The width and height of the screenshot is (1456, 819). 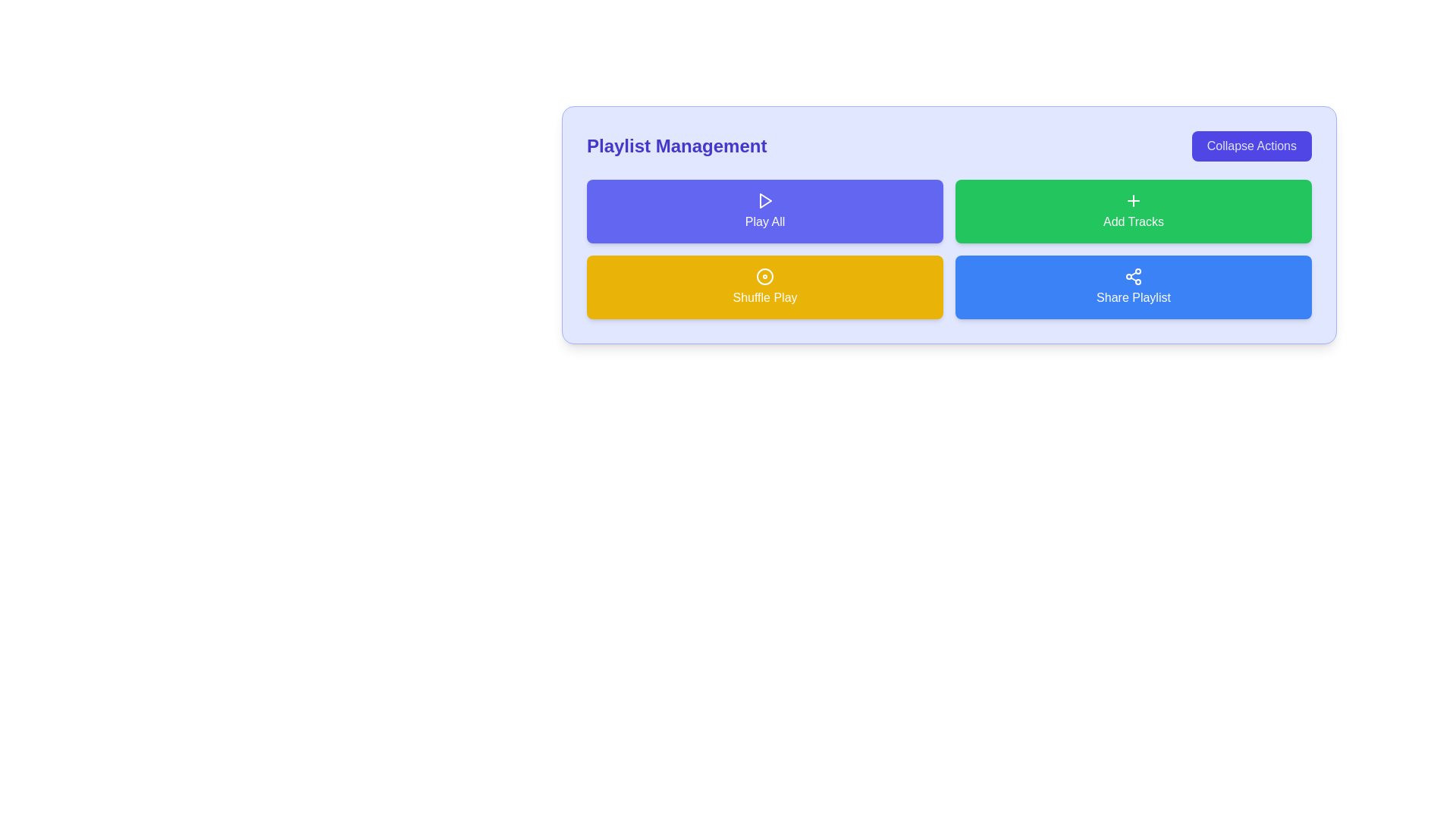 I want to click on the triangular play icon within the 'Play All' button, which is styled in a modern SVG format and set against a blue background, so click(x=764, y=200).